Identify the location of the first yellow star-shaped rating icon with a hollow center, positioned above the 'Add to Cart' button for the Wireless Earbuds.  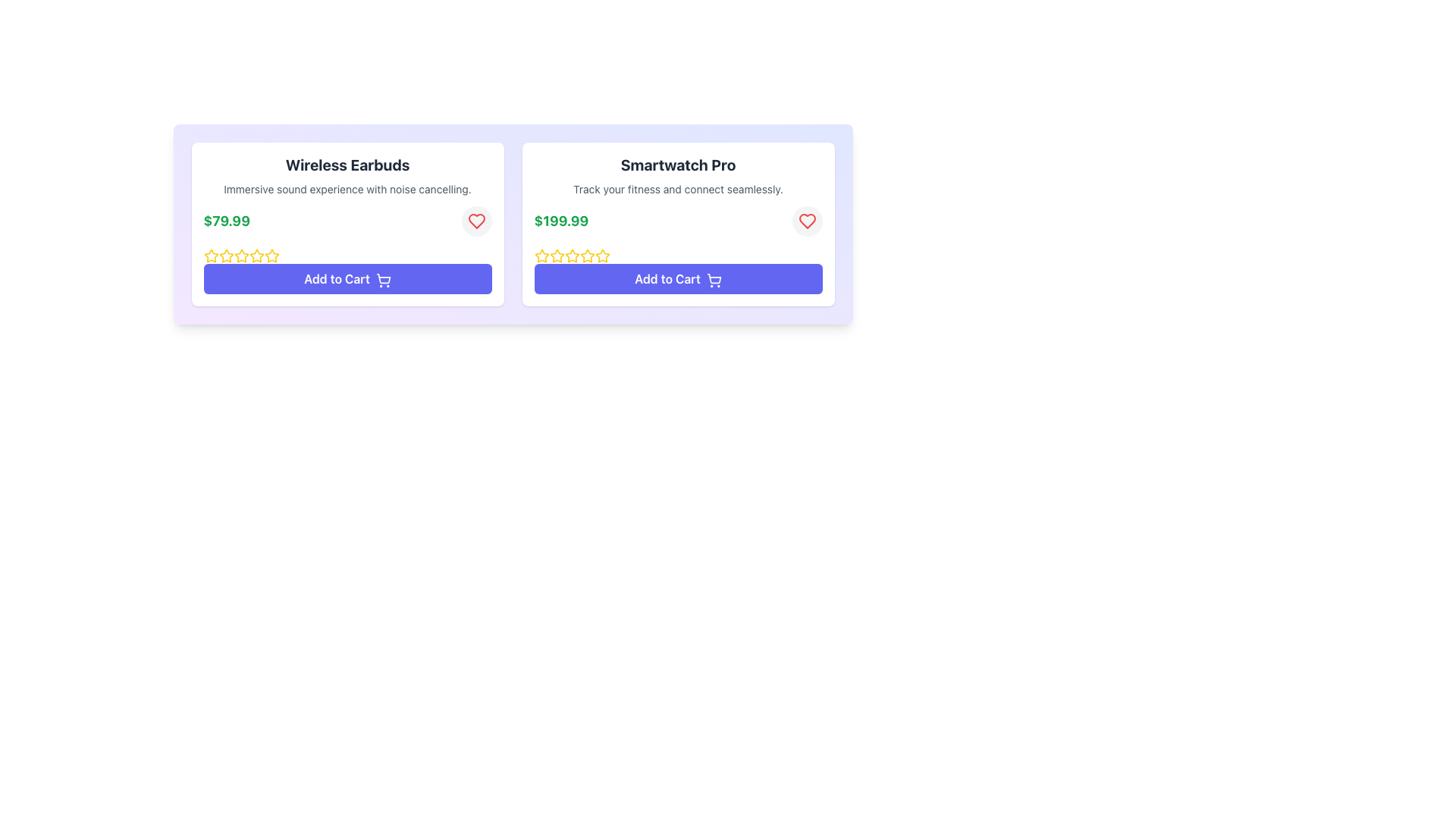
(210, 255).